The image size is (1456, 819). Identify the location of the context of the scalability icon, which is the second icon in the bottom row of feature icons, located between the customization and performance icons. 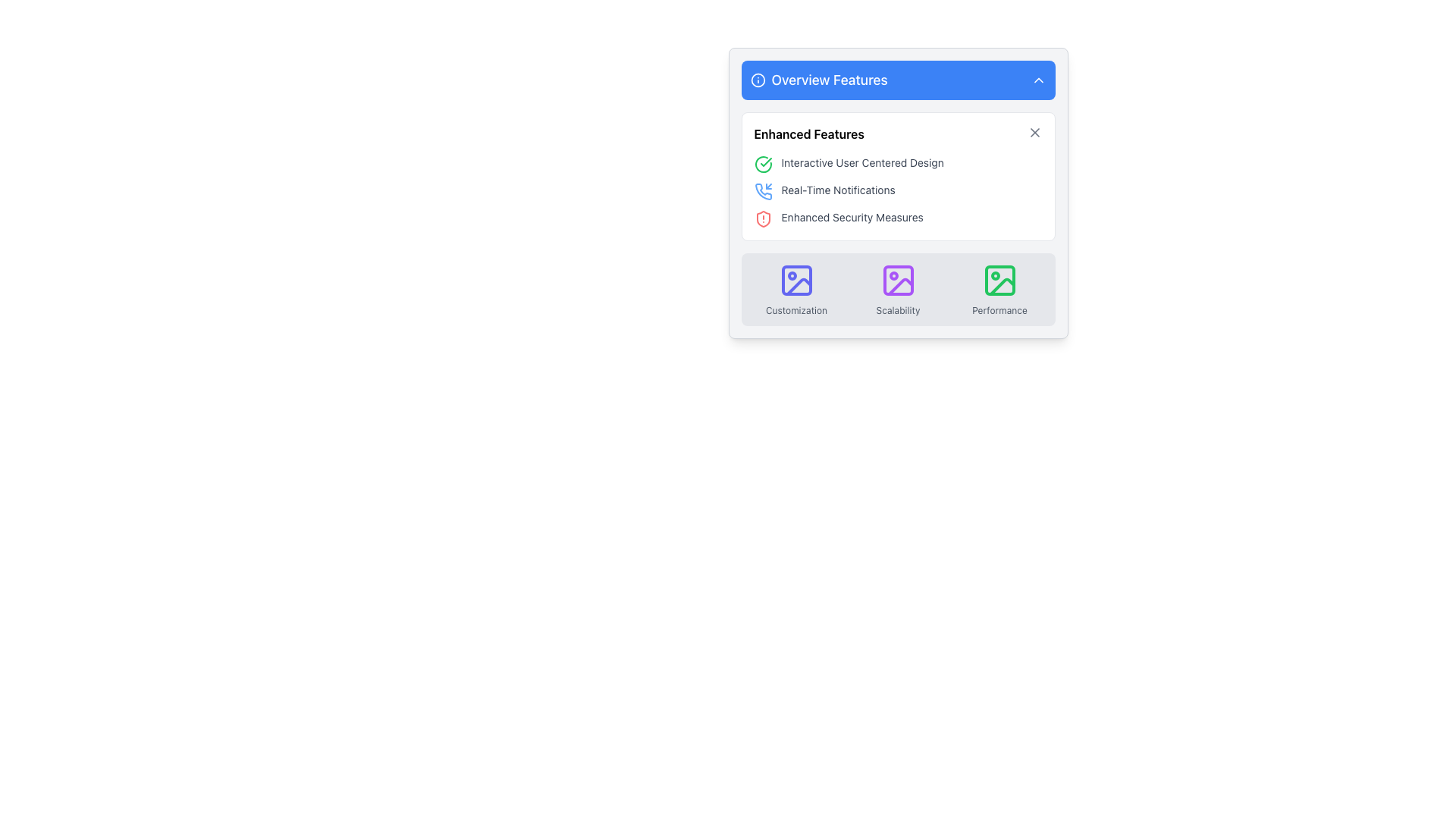
(900, 287).